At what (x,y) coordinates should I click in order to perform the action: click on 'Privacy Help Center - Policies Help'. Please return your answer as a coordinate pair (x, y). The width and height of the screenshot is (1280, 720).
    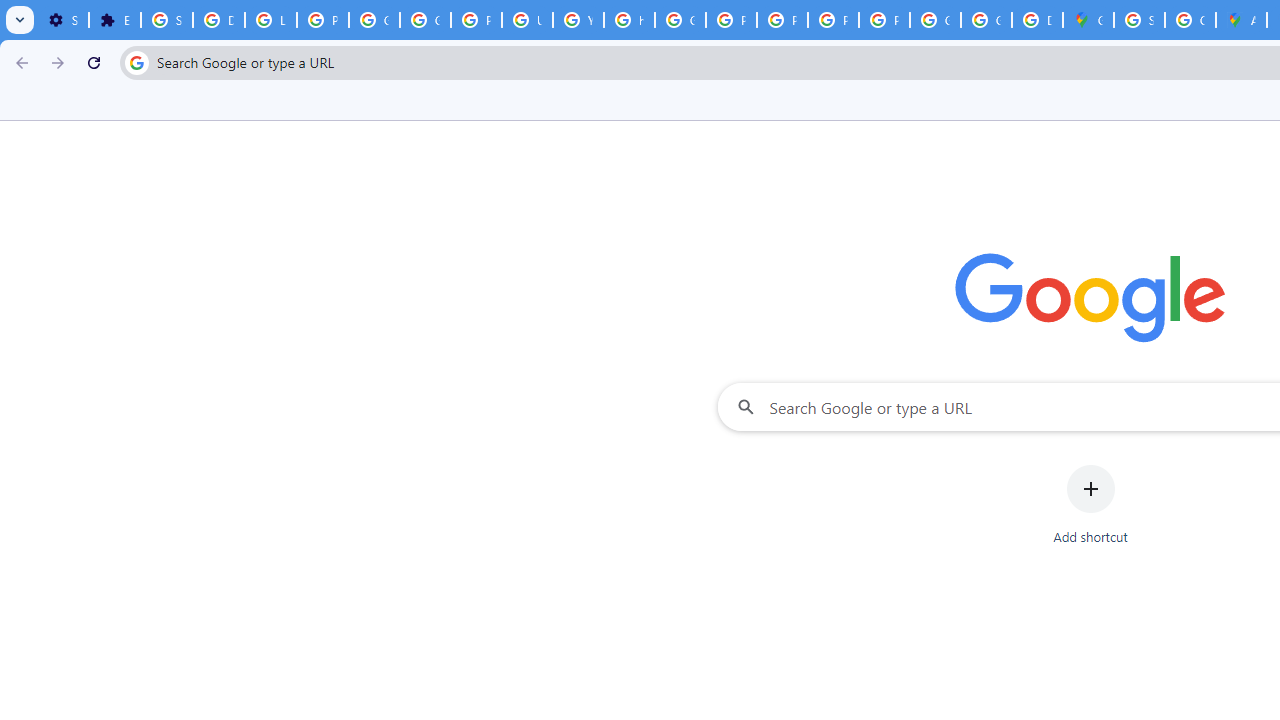
    Looking at the image, I should click on (730, 20).